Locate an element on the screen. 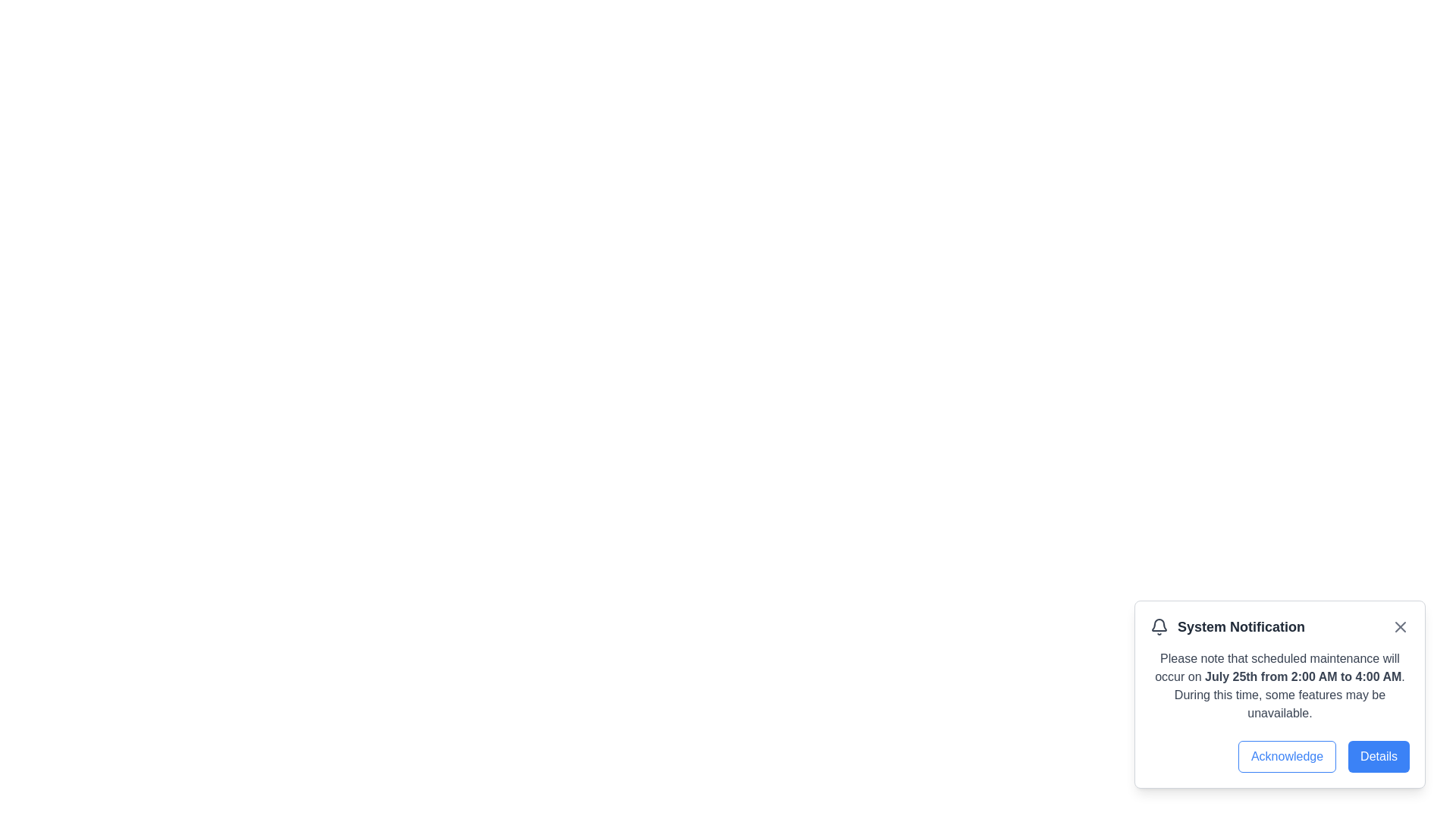  the Close button located in the top-right corner of the notification modal is located at coordinates (1400, 626).